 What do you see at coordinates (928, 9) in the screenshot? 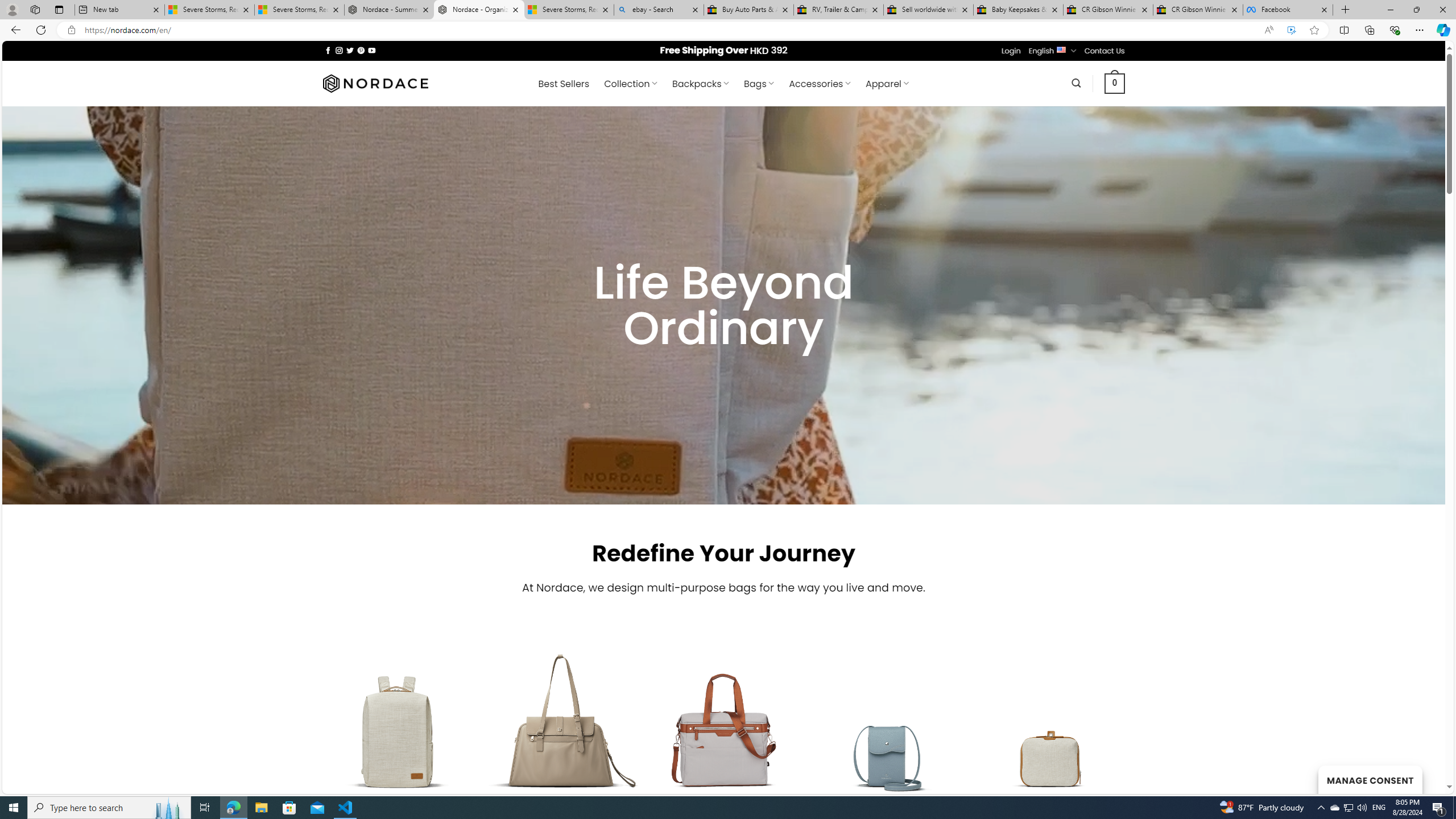
I see `'Sell worldwide with eBay'` at bounding box center [928, 9].